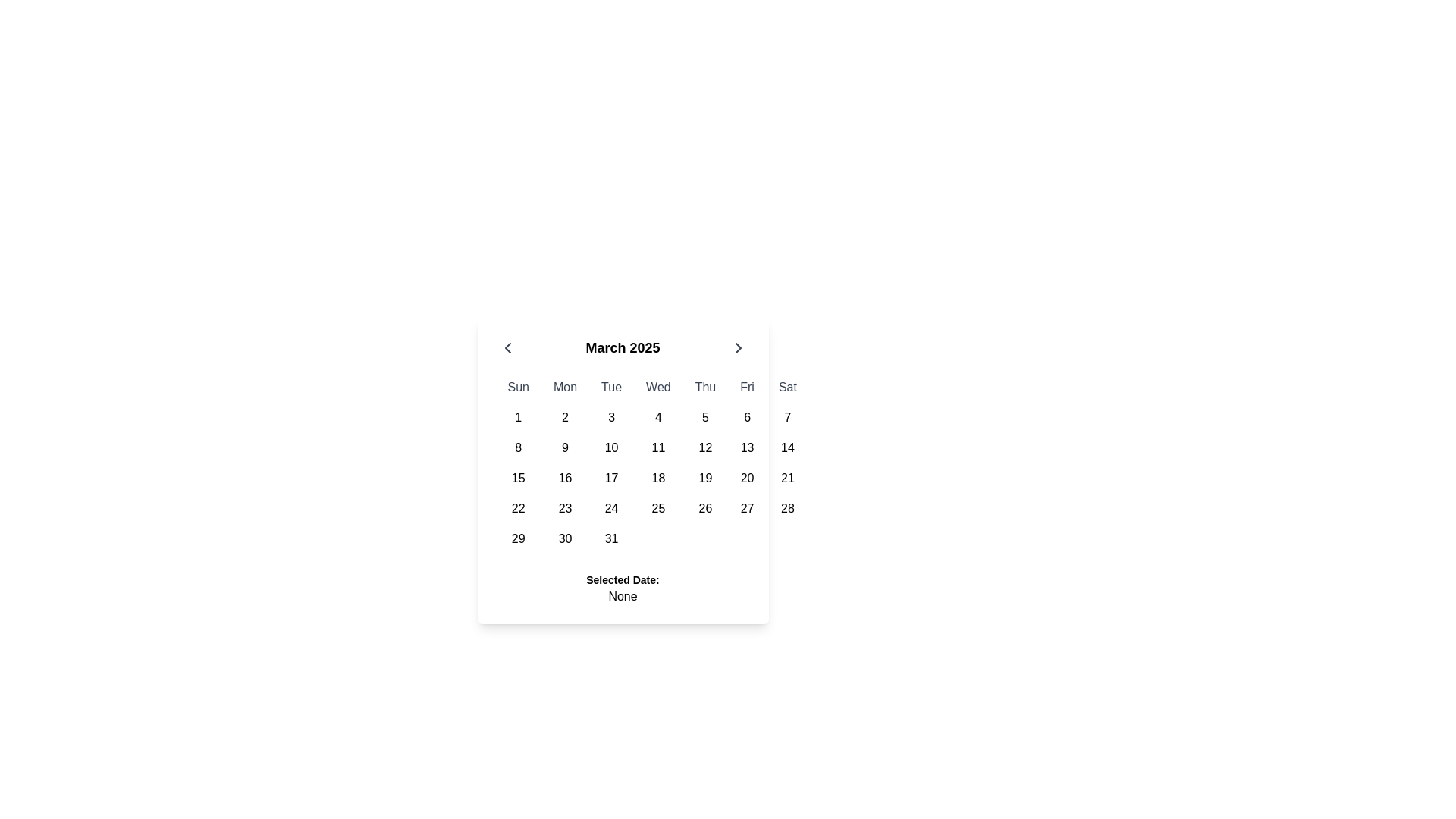 The height and width of the screenshot is (819, 1456). Describe the element at coordinates (623, 348) in the screenshot. I see `the static text label displaying the current month and year in the calendar view, located at the center of the header` at that location.